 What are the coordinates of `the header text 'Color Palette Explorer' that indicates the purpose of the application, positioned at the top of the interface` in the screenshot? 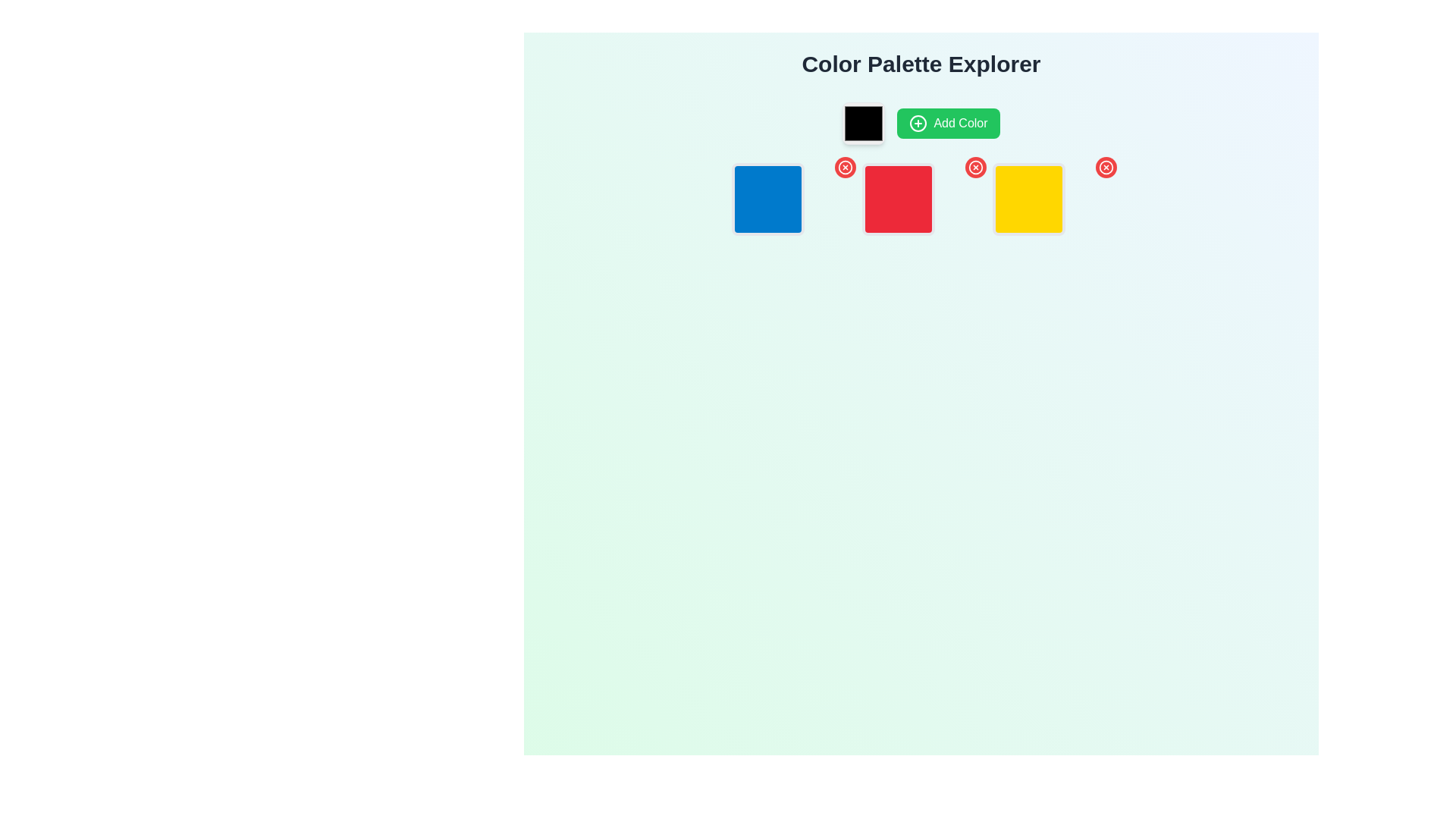 It's located at (920, 63).